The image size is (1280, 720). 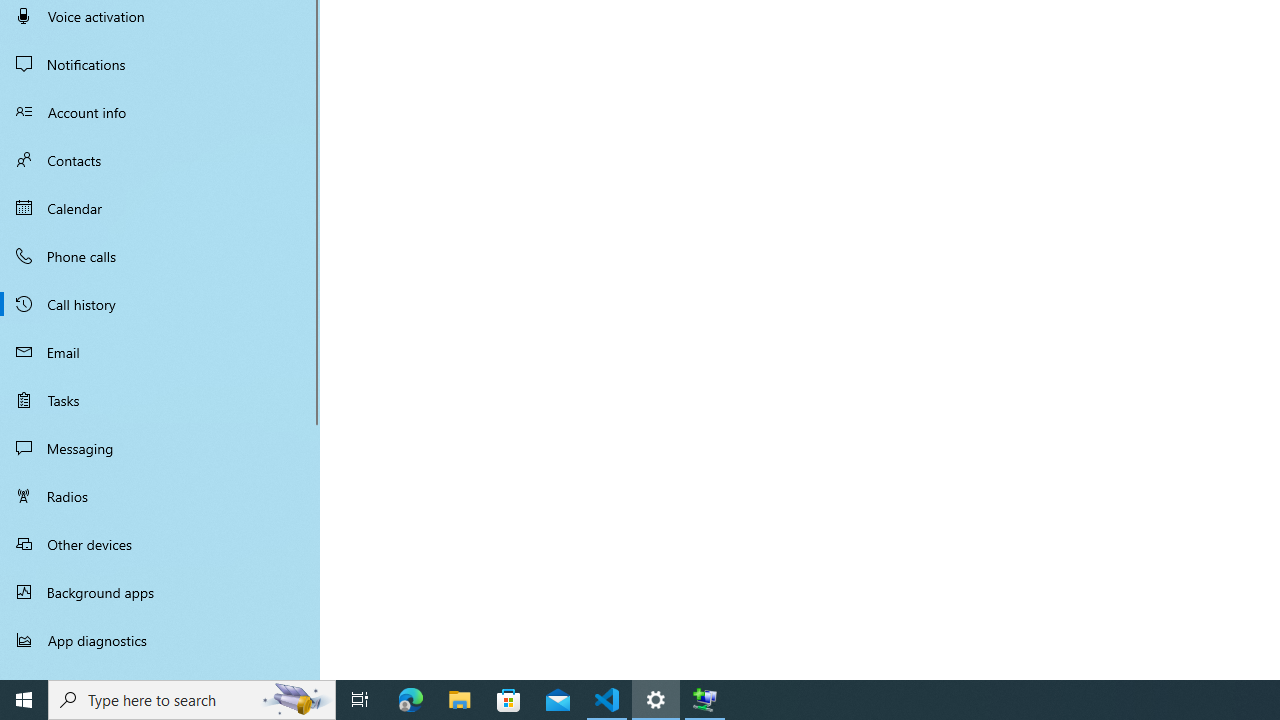 I want to click on 'Other devices', so click(x=160, y=543).